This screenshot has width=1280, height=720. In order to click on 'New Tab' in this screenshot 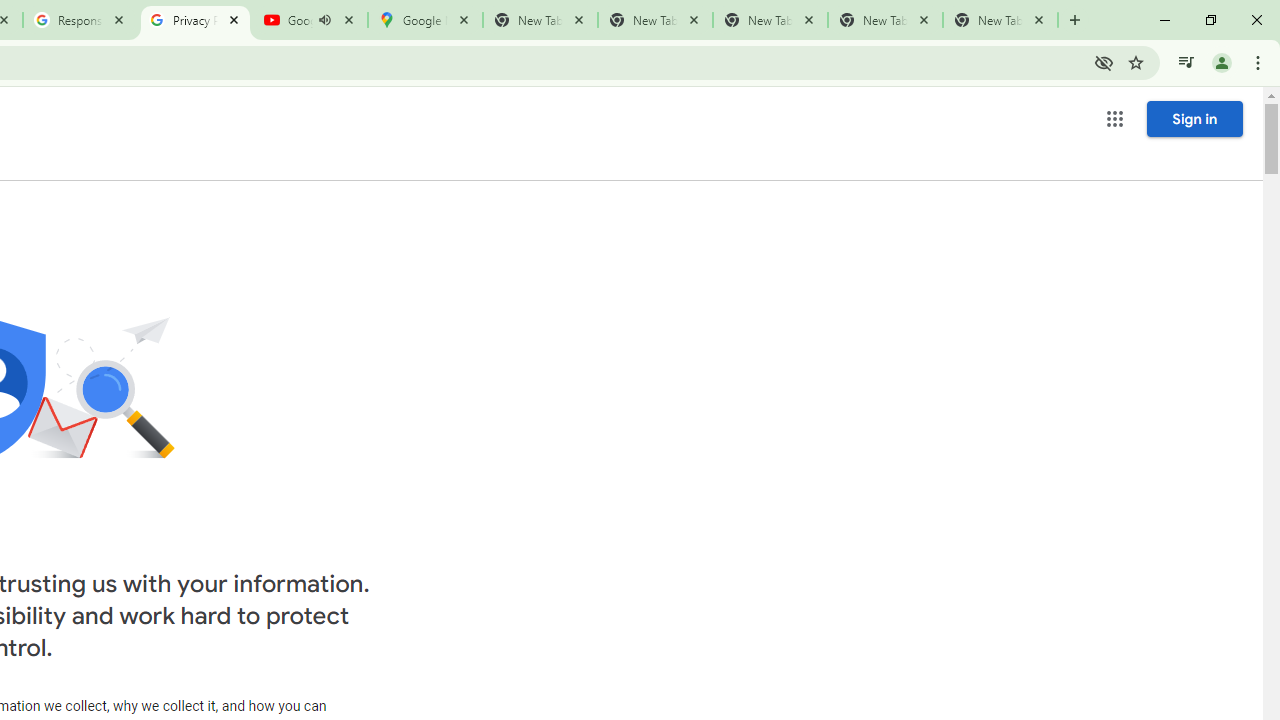, I will do `click(1000, 20)`.